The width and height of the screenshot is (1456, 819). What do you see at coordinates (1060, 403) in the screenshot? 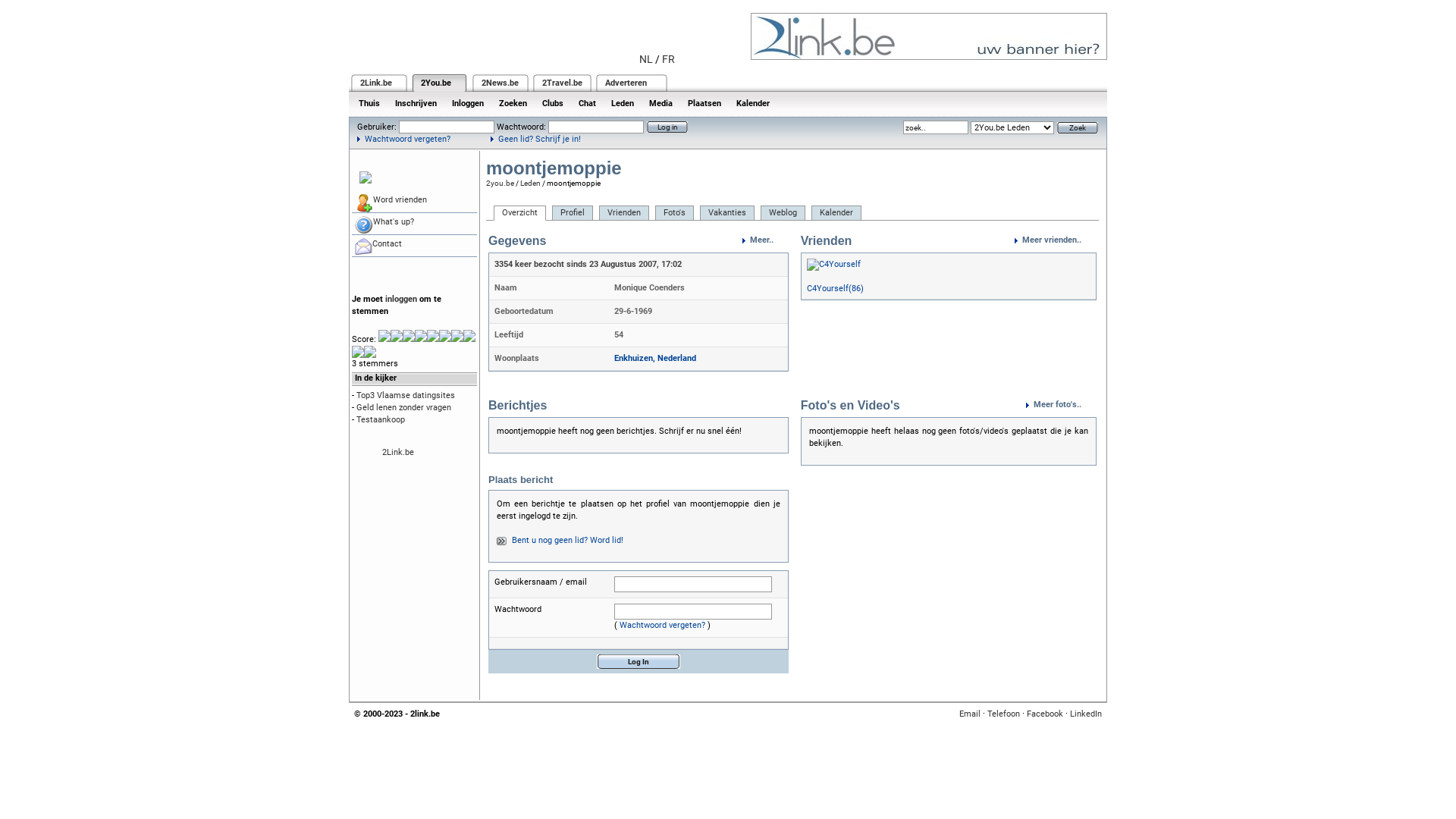
I see `'Meer foto's..'` at bounding box center [1060, 403].